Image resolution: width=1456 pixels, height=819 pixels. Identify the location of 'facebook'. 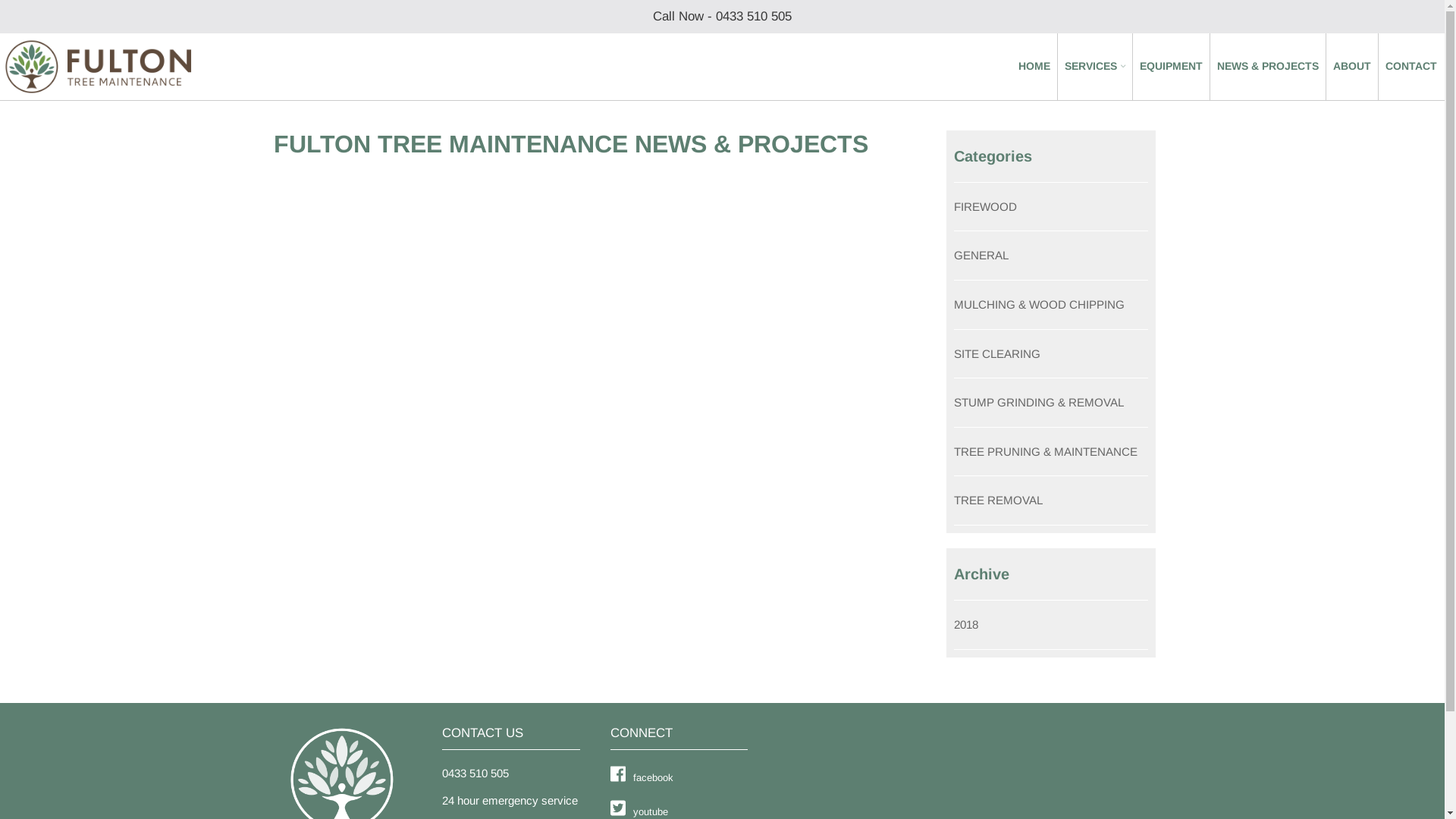
(610, 777).